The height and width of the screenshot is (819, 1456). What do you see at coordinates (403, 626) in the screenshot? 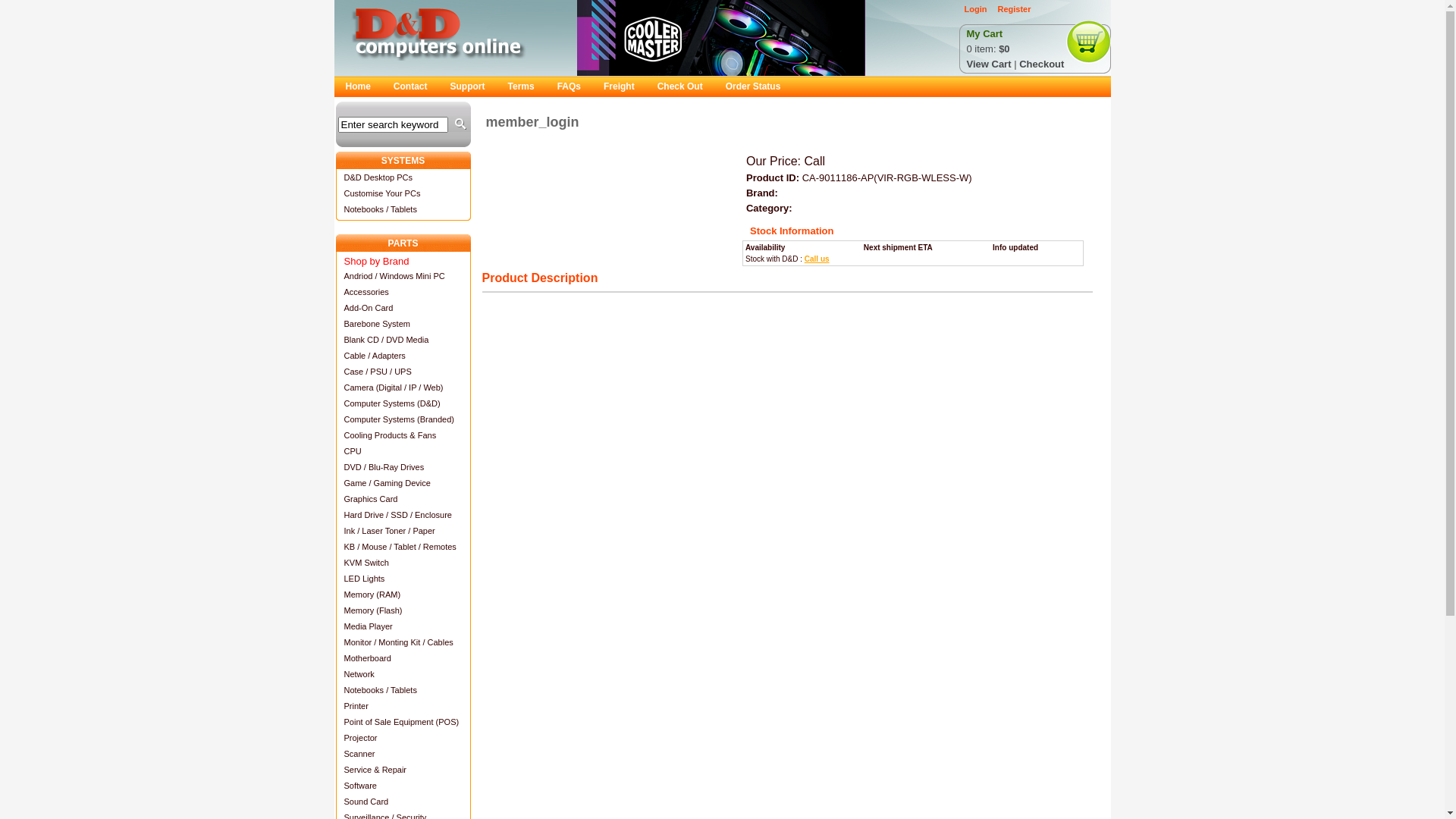
I see `'Media Player'` at bounding box center [403, 626].